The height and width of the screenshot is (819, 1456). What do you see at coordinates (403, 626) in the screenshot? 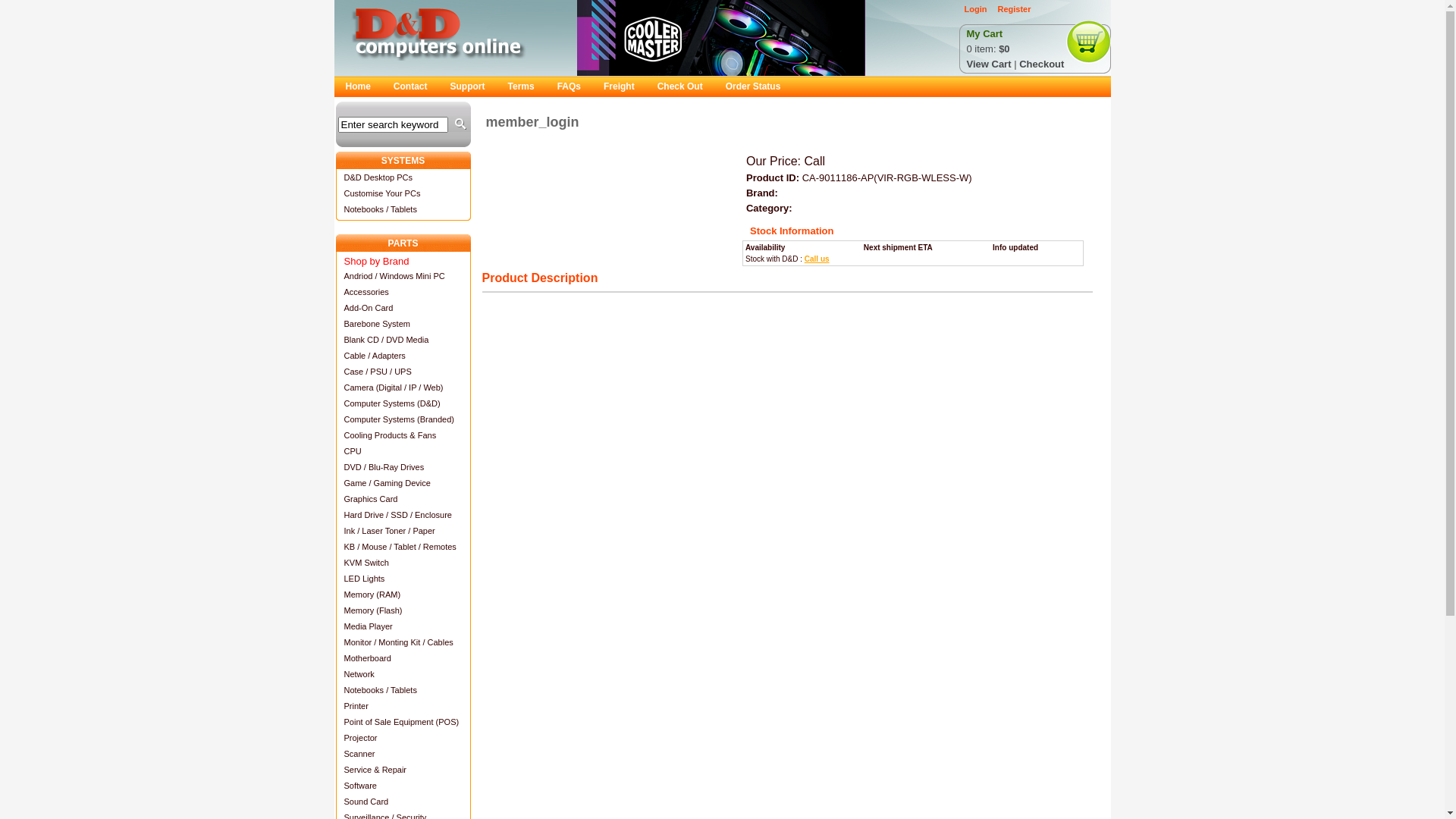
I see `'Media Player'` at bounding box center [403, 626].